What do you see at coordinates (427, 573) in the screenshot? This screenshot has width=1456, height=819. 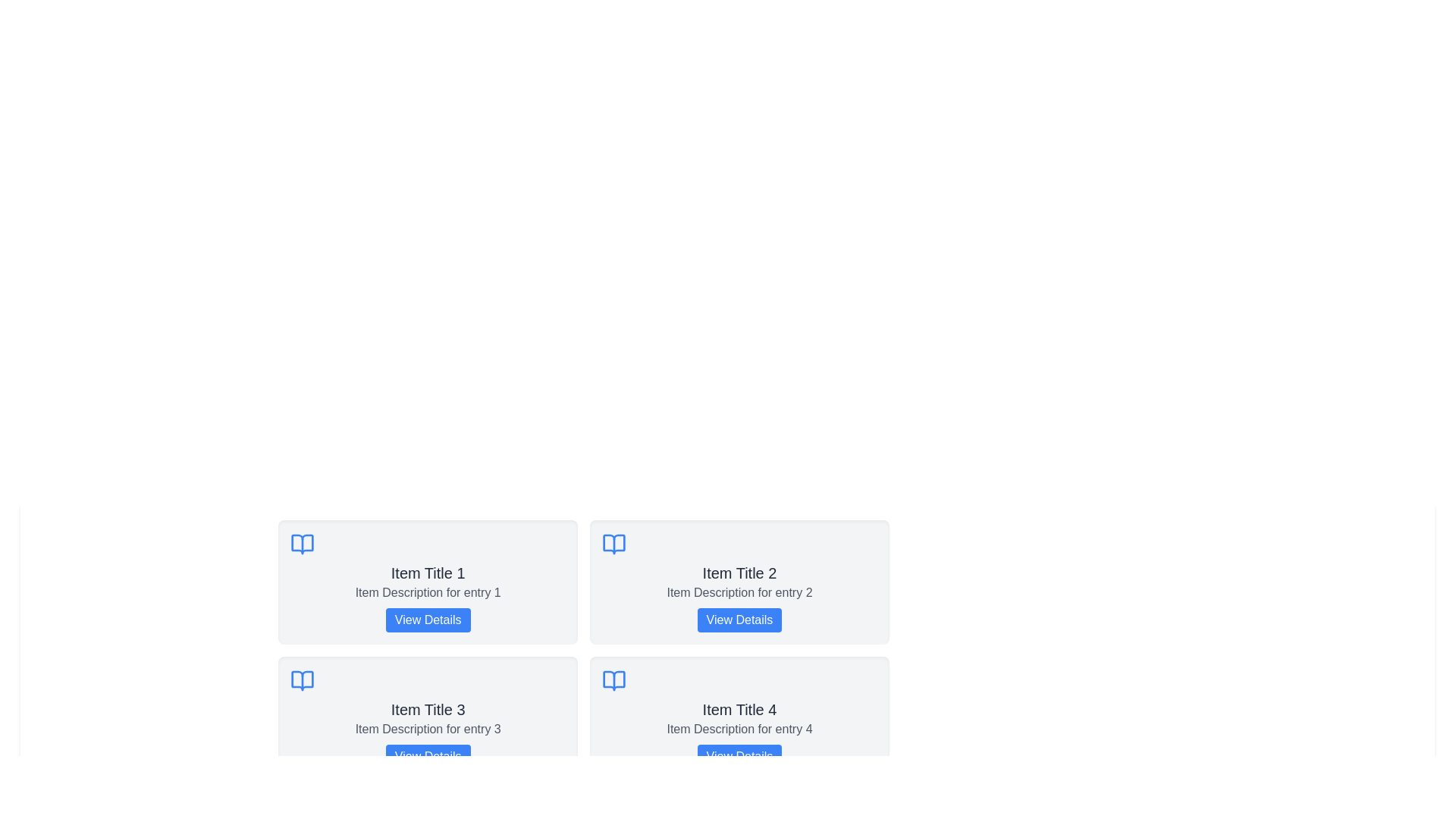 I see `the title text that serves as a heading for the associated item` at bounding box center [427, 573].